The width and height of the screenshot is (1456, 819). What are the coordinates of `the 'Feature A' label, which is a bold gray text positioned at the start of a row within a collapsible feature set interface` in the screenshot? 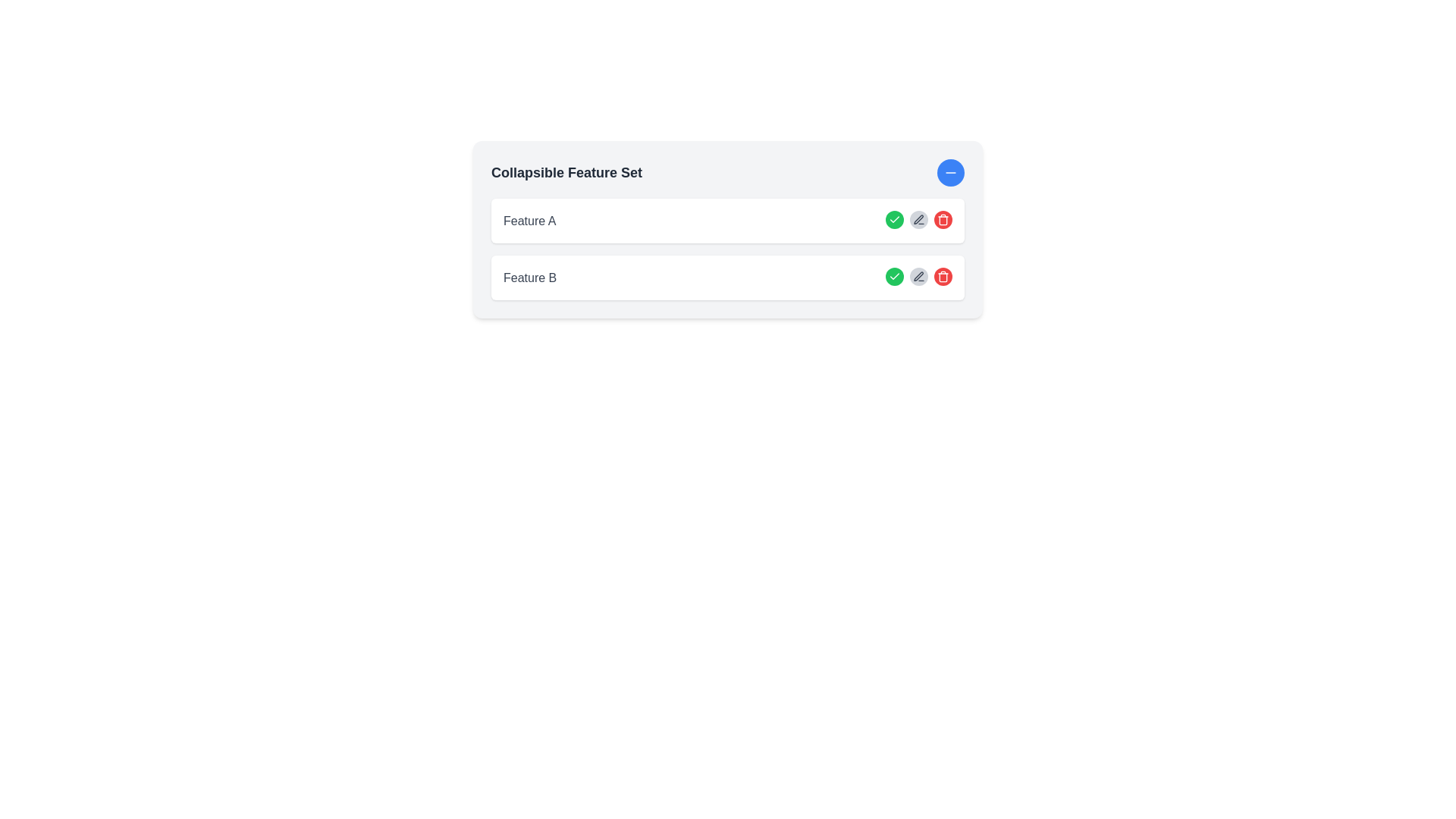 It's located at (529, 221).